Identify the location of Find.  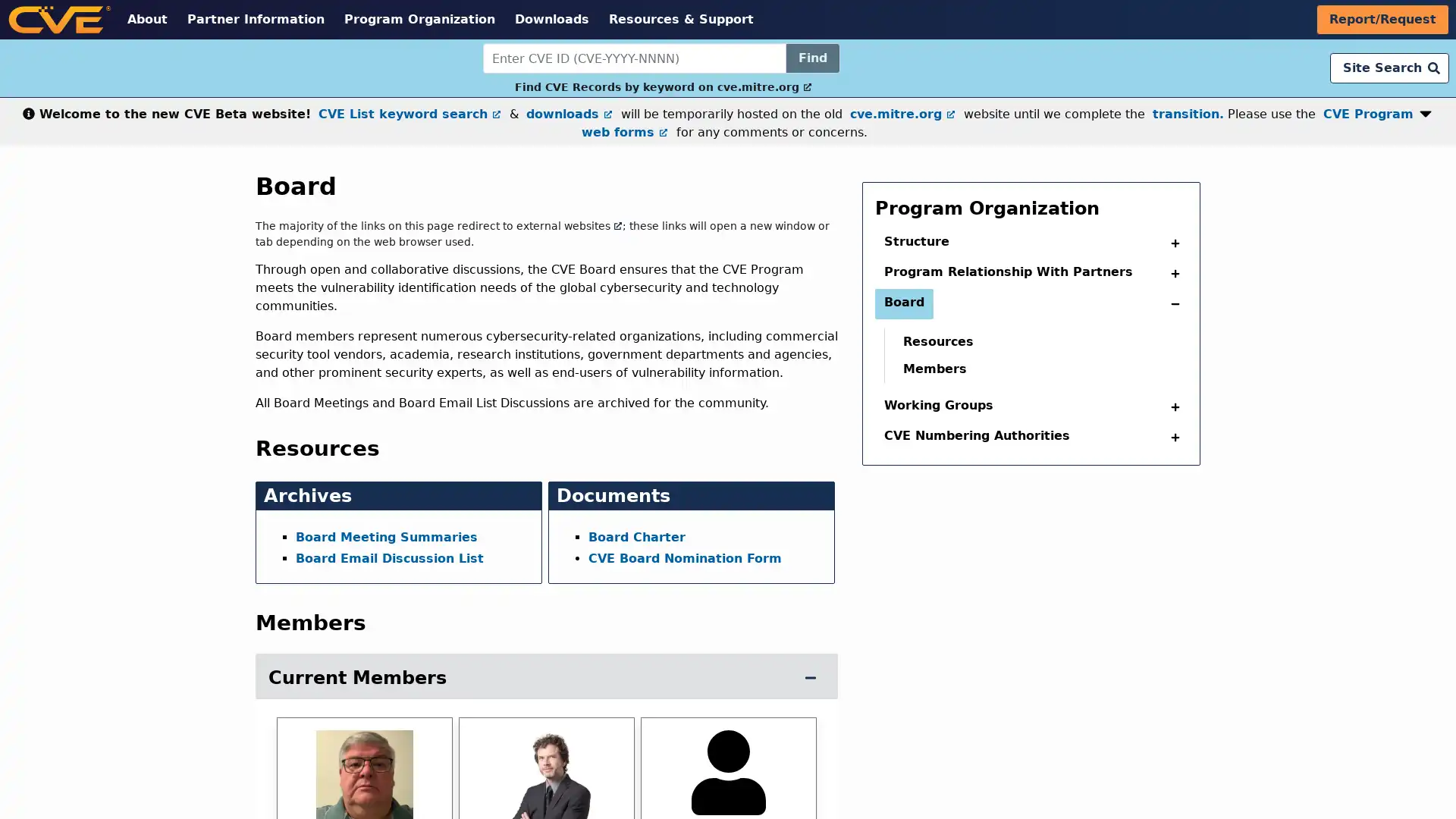
(811, 58).